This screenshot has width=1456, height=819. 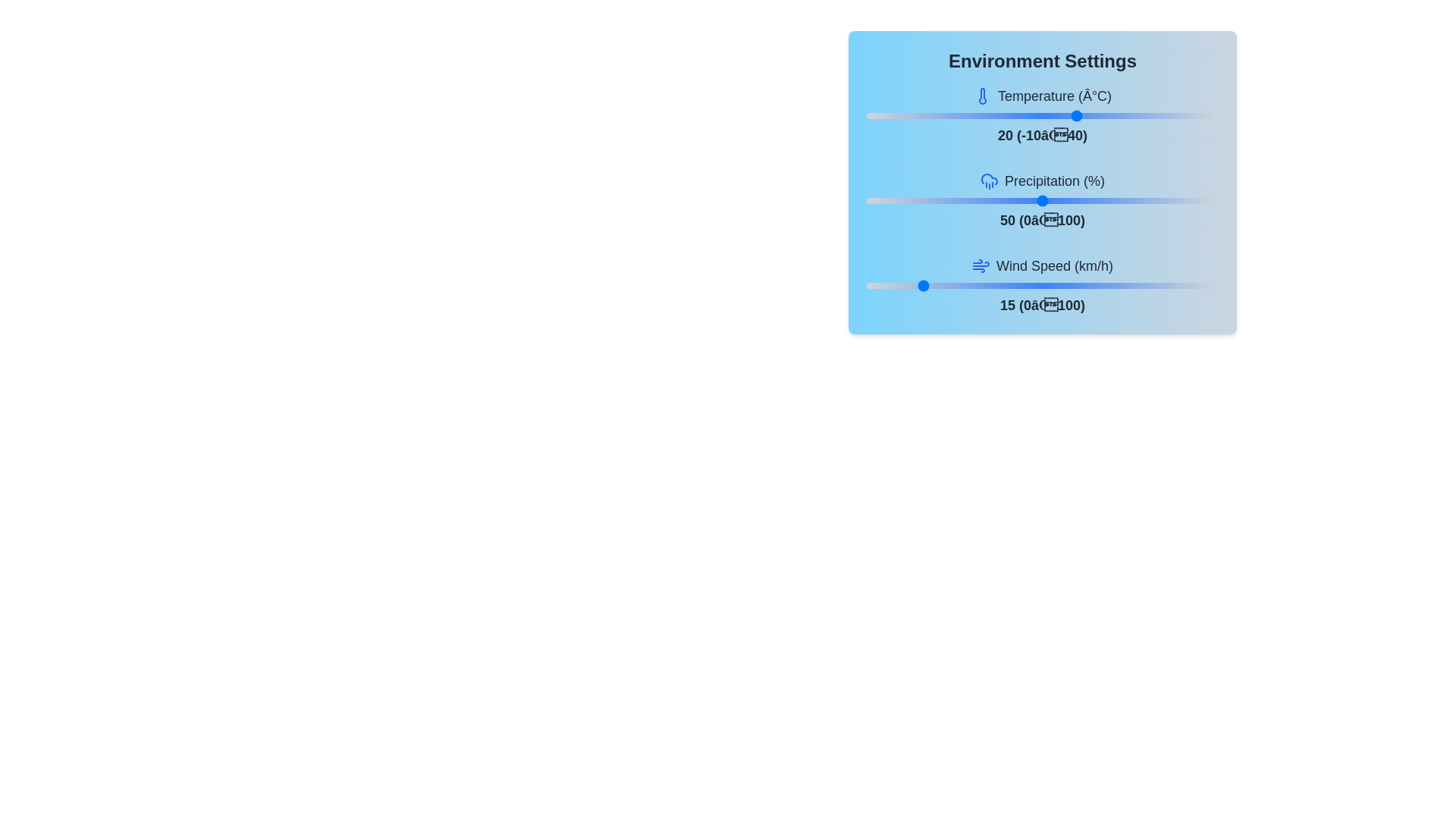 What do you see at coordinates (1137, 286) in the screenshot?
I see `wind speed` at bounding box center [1137, 286].